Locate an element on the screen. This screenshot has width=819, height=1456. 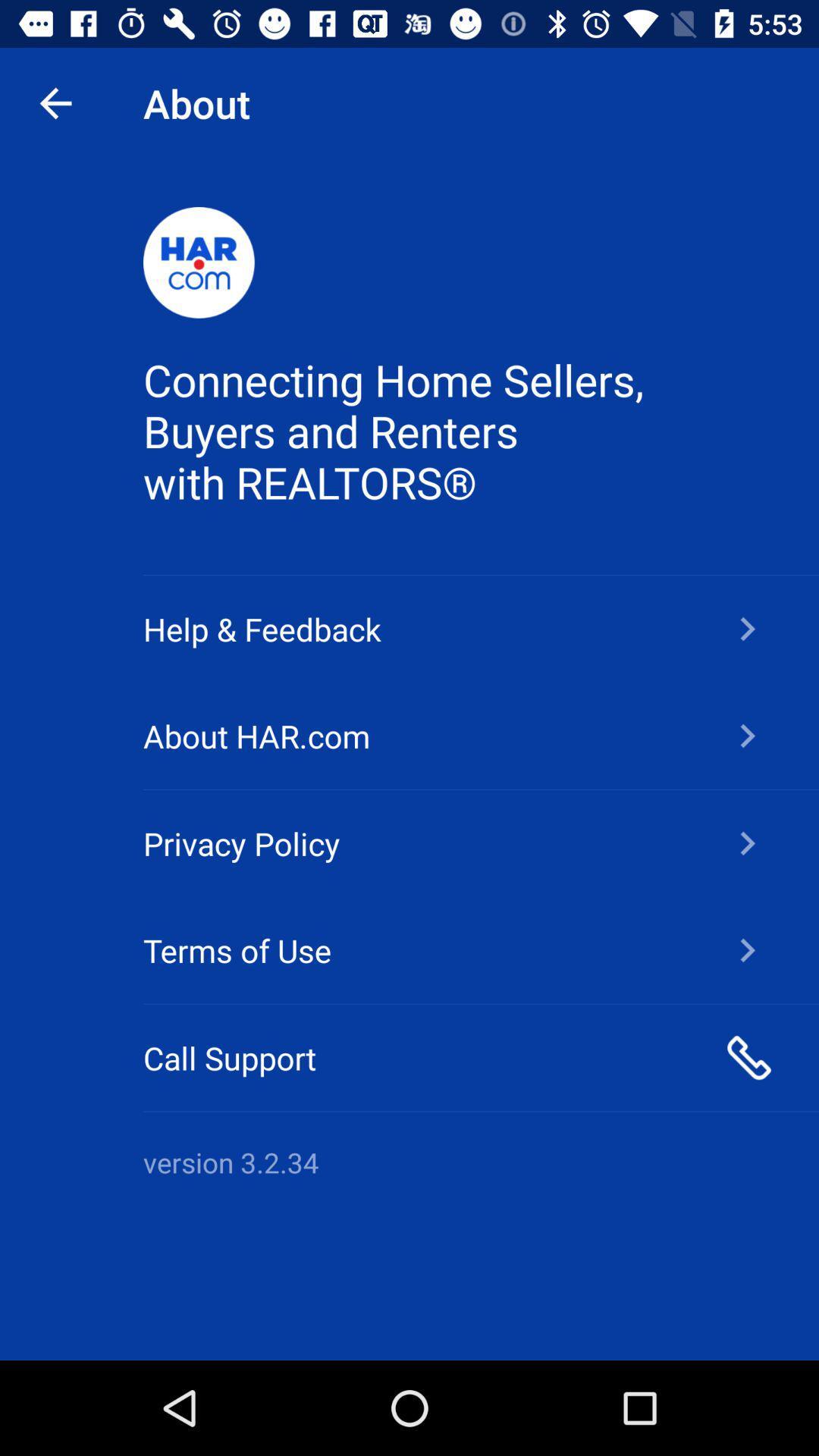
item to the left of the about item is located at coordinates (55, 102).